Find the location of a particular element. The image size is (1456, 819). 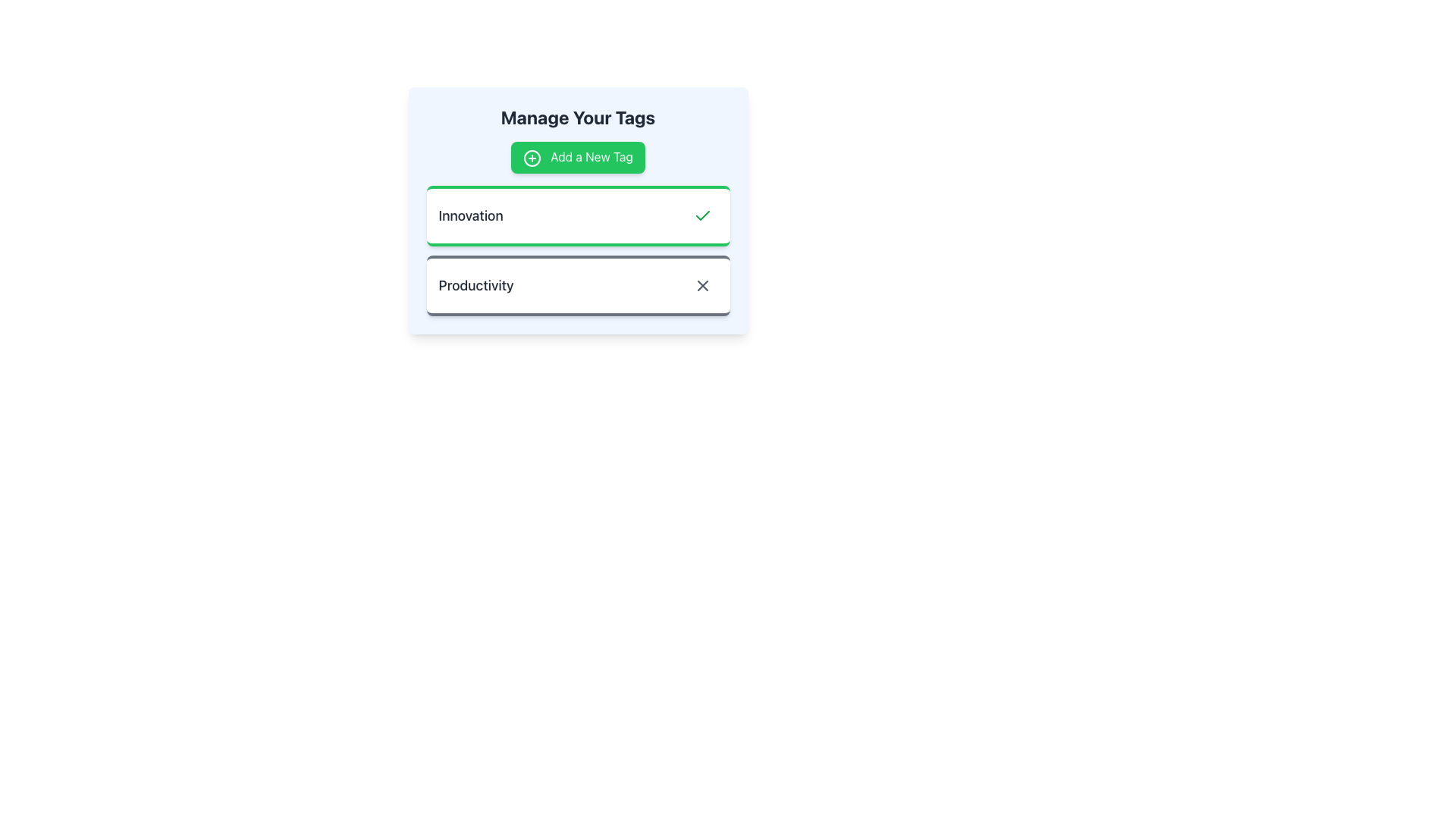

the Close or delete button located to the right of the 'Productivity' tag in the second row of the Manage Your Tags card is located at coordinates (701, 285).